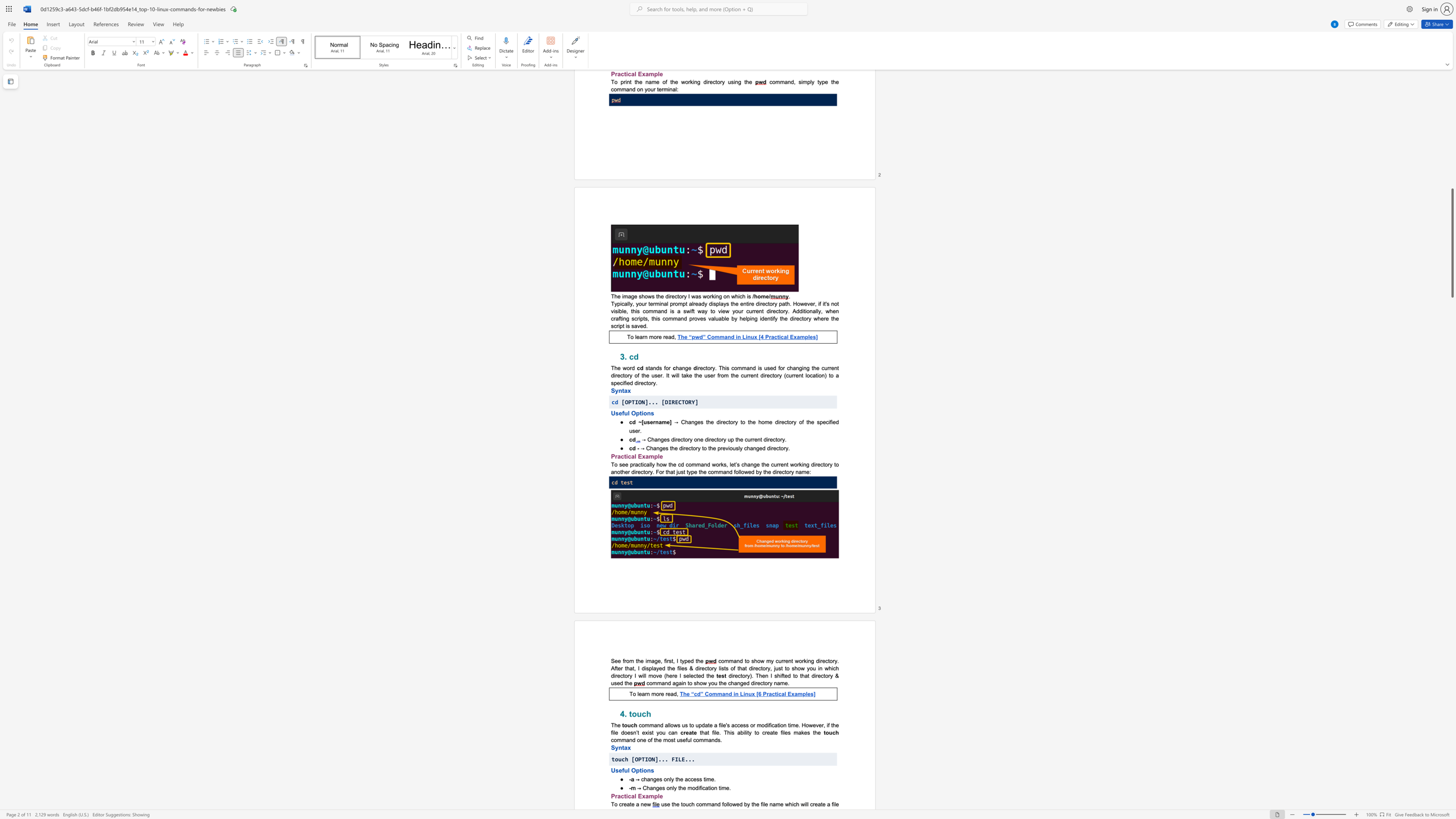 Image resolution: width=1456 pixels, height=819 pixels. I want to click on the subset text "previ" within the text "→ Changes the directory to the previously changed directory.", so click(717, 447).